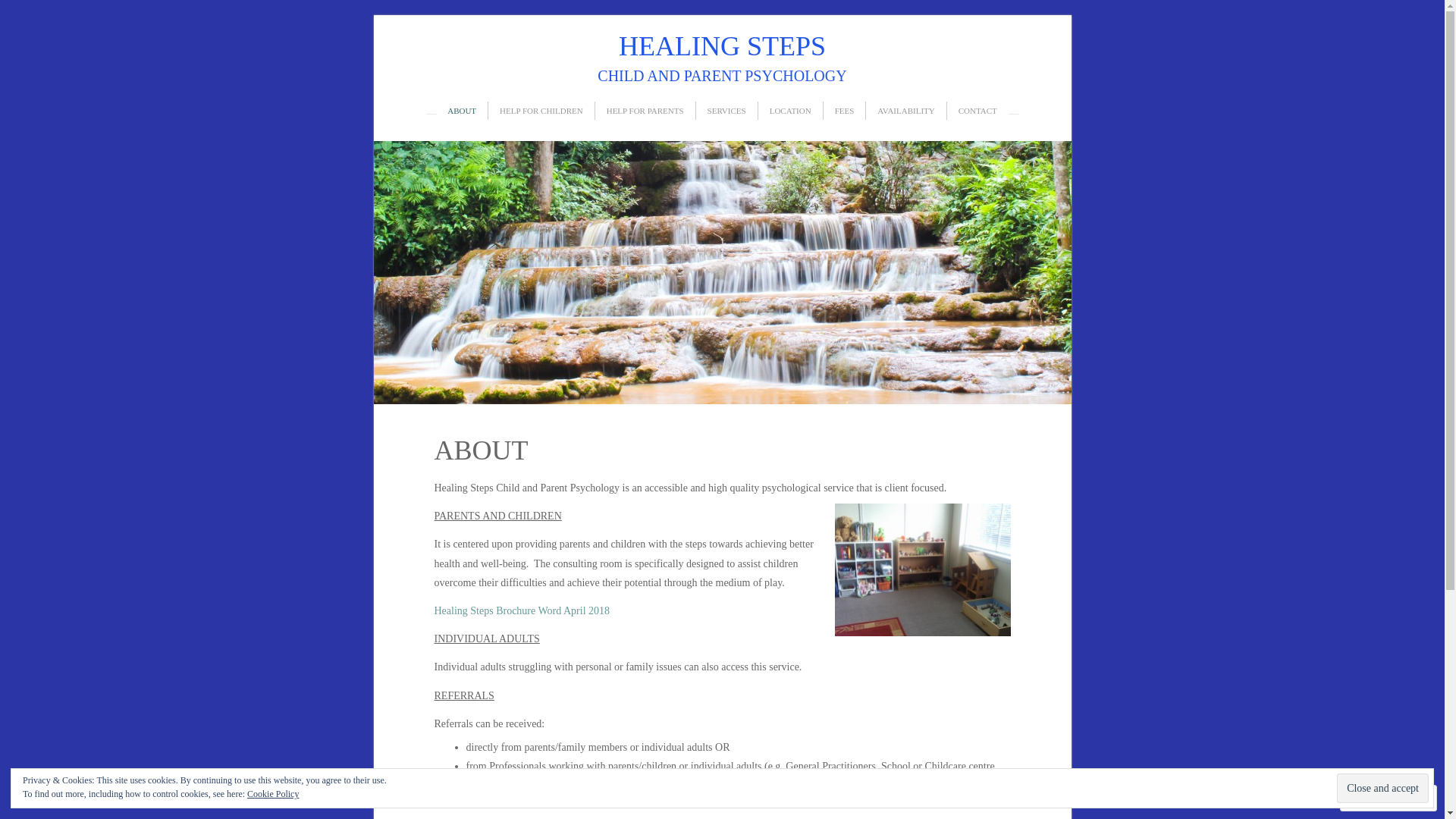  What do you see at coordinates (921, 570) in the screenshot?
I see `'Healing Steps Consulting Room'` at bounding box center [921, 570].